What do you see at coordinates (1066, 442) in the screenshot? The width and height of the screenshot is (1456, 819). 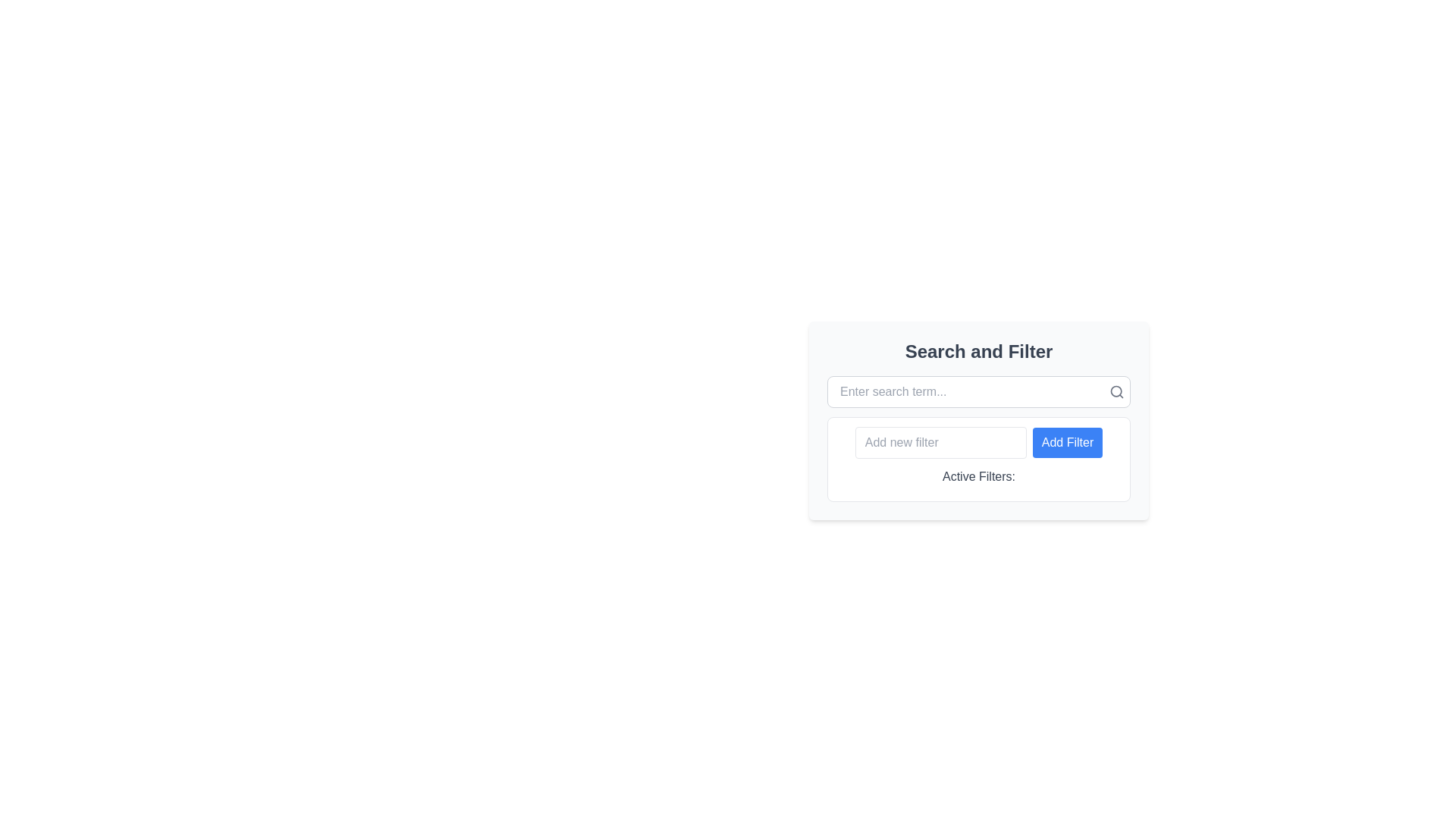 I see `the 'Add Filter' button, which is a rectangular button with a blue background and white text, located directly to the right of the 'Add new filter' input field in the 'Active Filters' section` at bounding box center [1066, 442].